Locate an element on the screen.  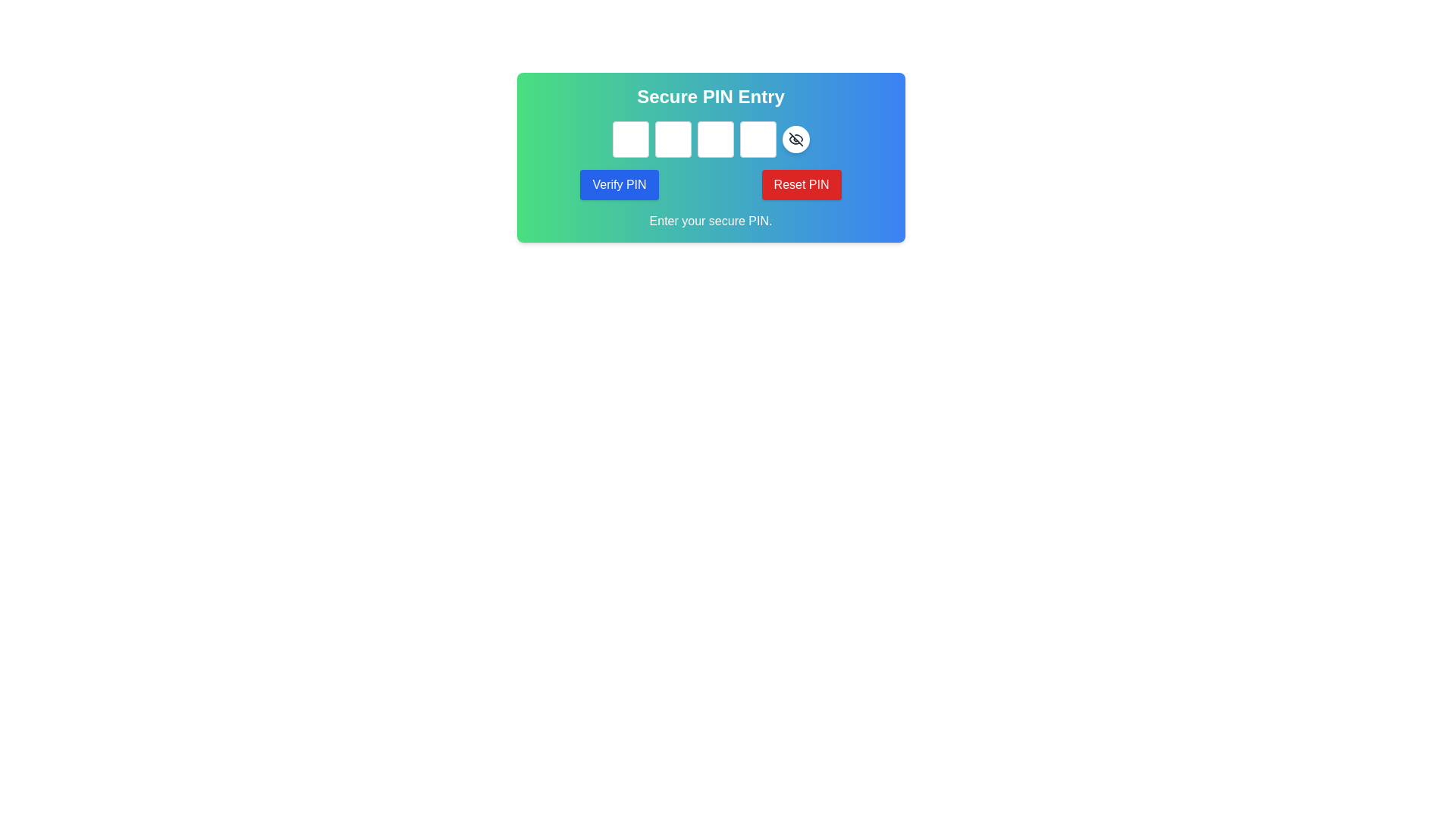
the rectangular panel with a gradient background labeled 'Secure PIN Entry' is located at coordinates (710, 158).